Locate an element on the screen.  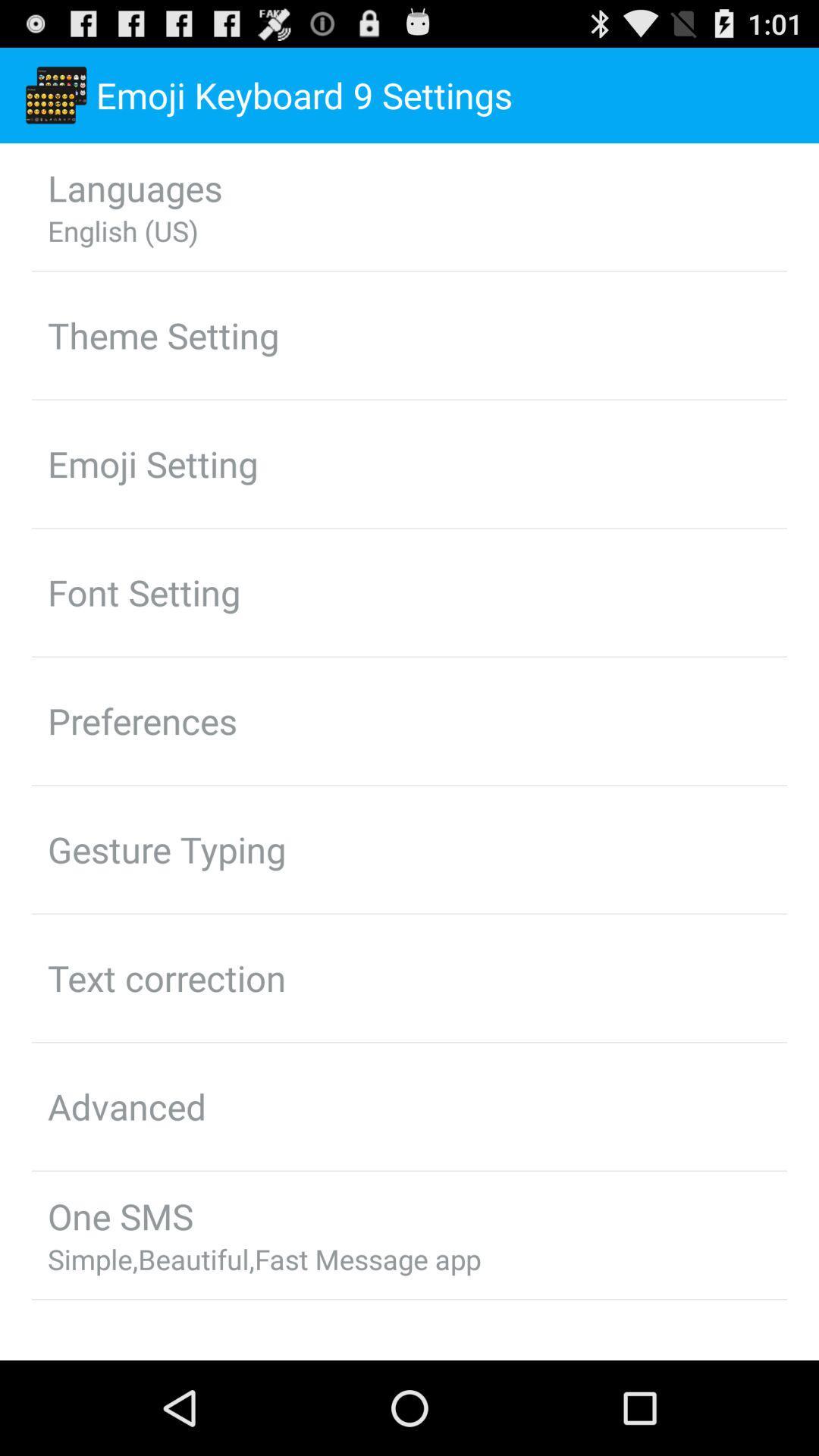
the item above the theme setting item is located at coordinates (122, 230).